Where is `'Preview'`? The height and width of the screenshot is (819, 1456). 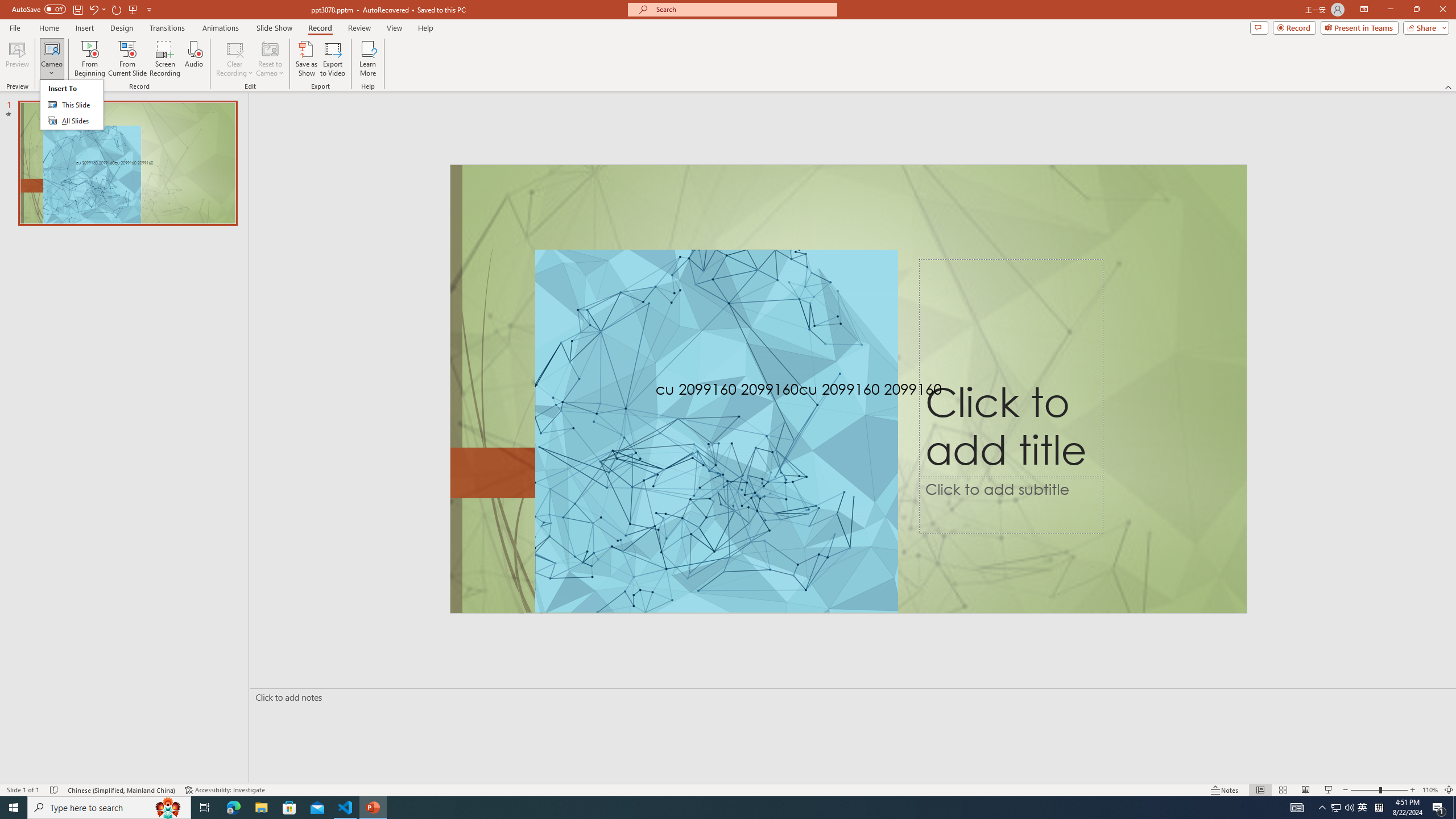 'Preview' is located at coordinates (16, 59).